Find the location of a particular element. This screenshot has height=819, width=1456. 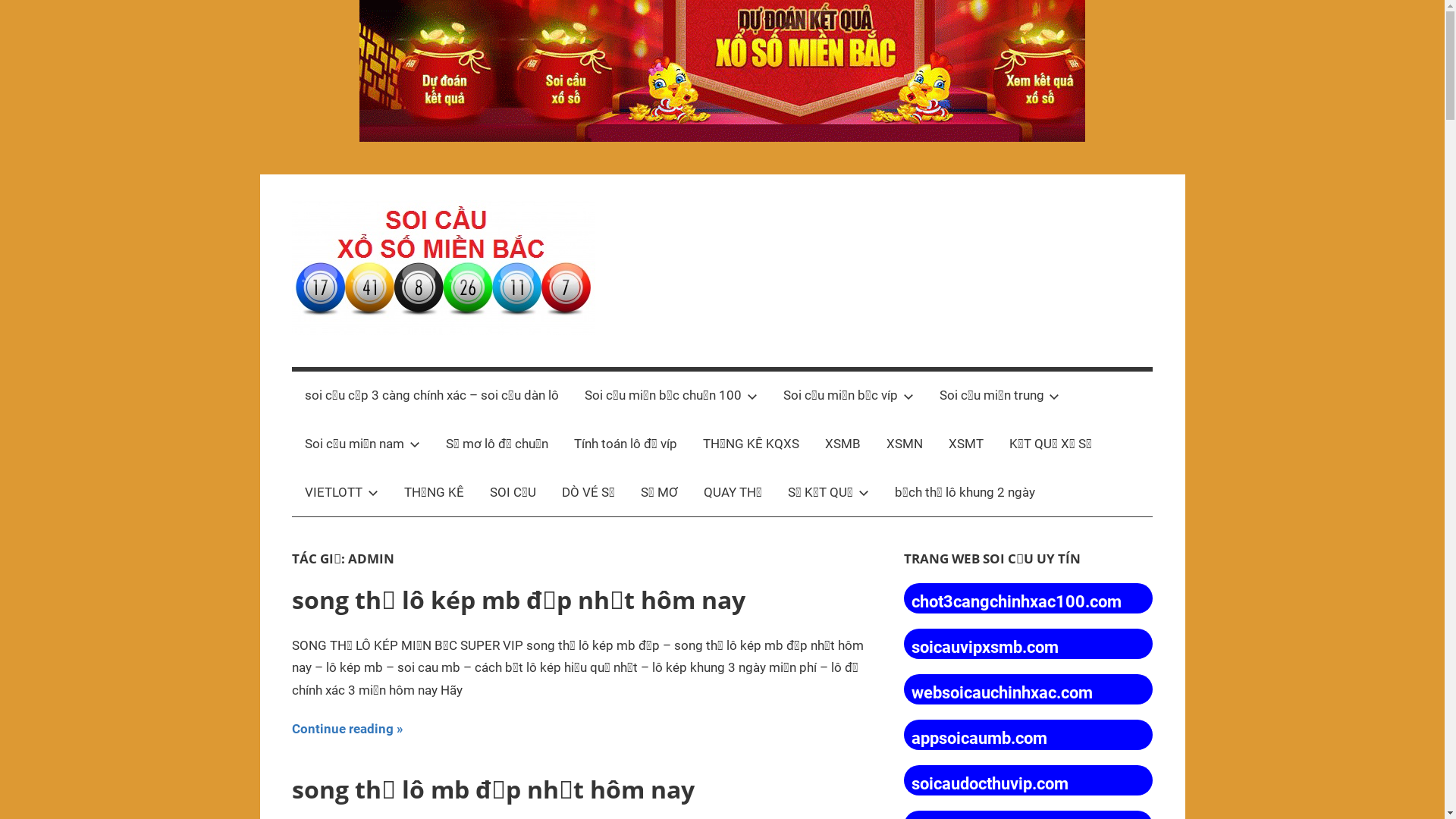

'soicauvipxsmb.com' is located at coordinates (985, 647).